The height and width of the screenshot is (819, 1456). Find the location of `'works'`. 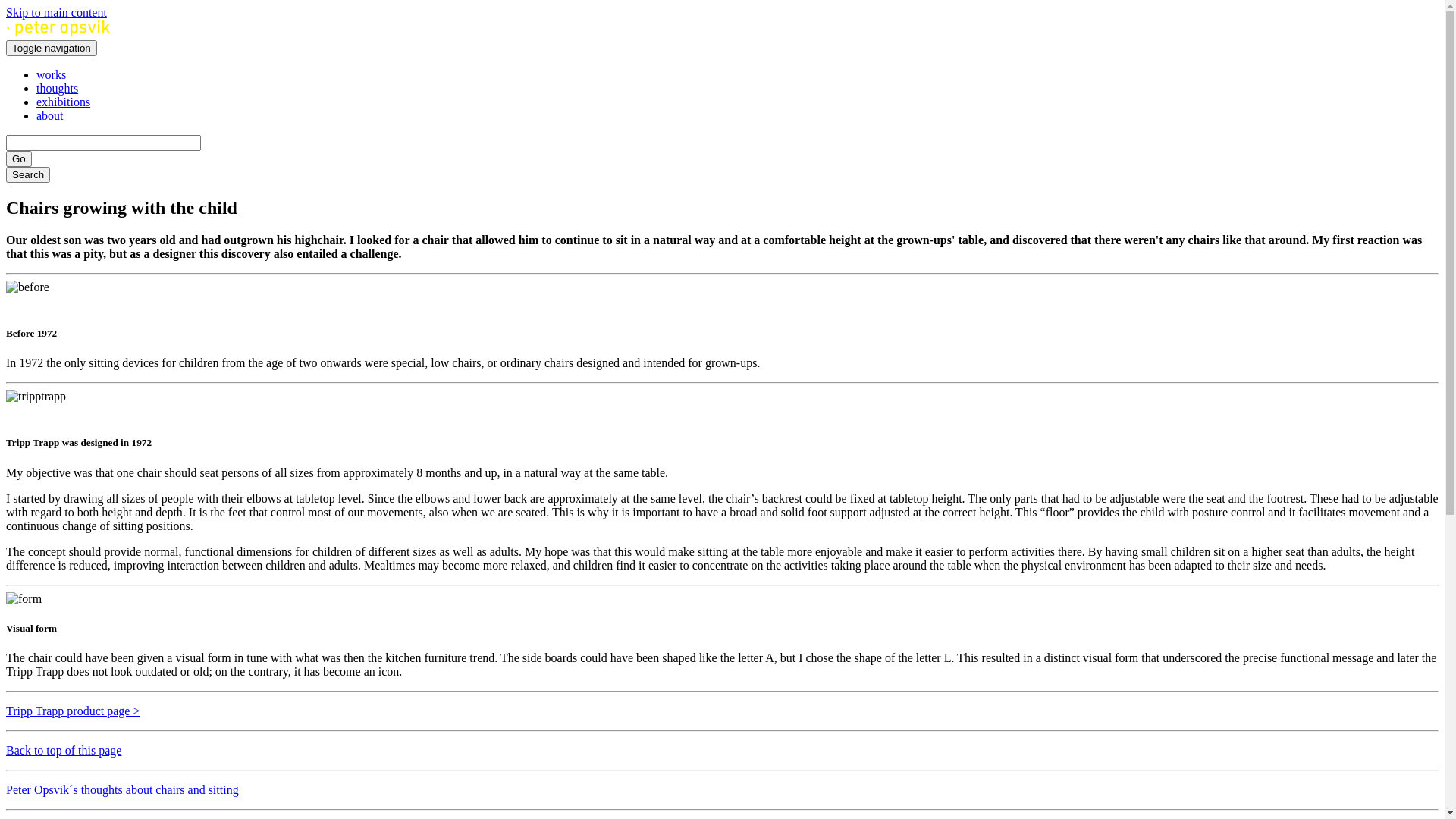

'works' is located at coordinates (51, 74).